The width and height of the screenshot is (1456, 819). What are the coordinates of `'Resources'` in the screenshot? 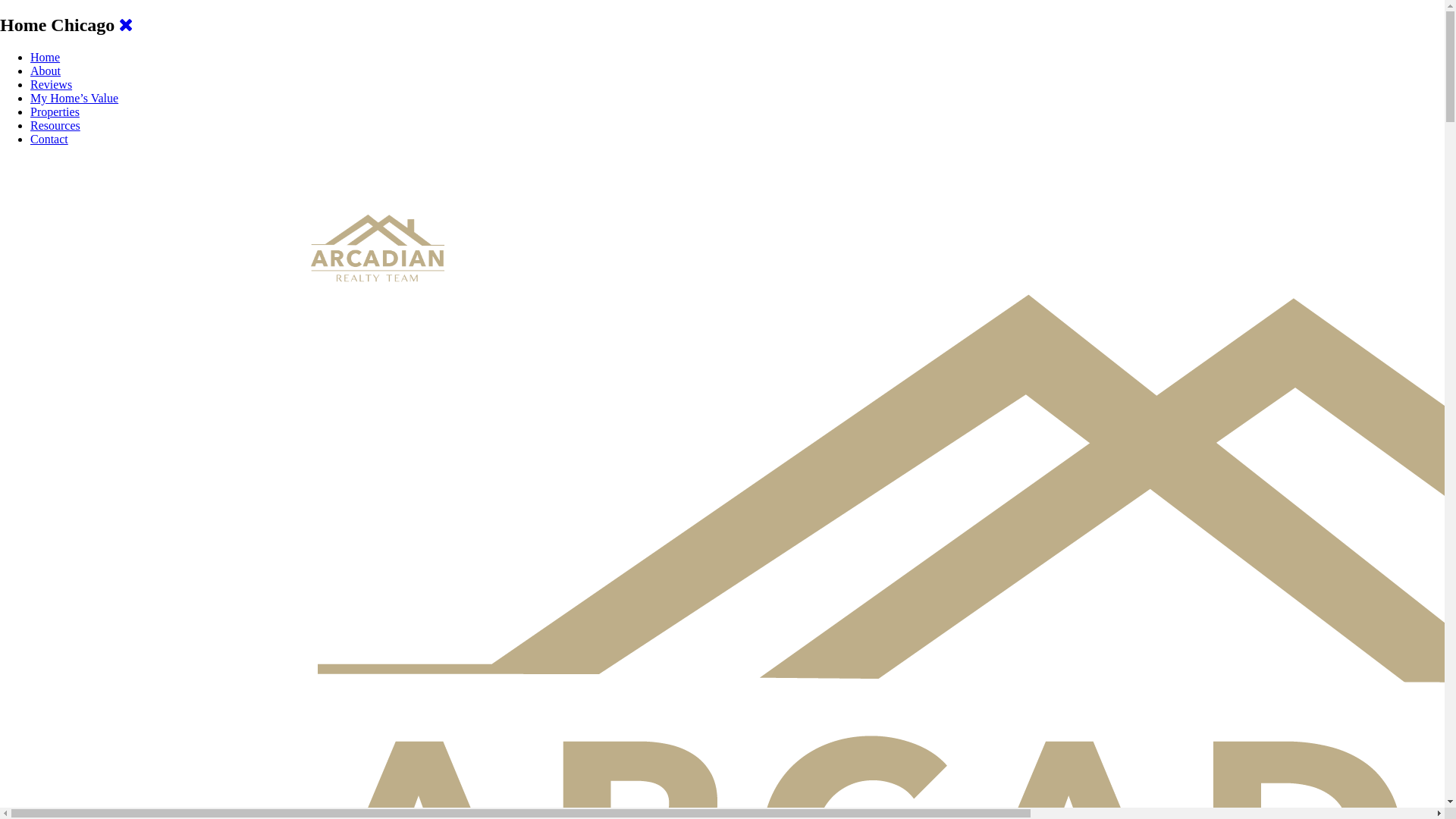 It's located at (30, 124).